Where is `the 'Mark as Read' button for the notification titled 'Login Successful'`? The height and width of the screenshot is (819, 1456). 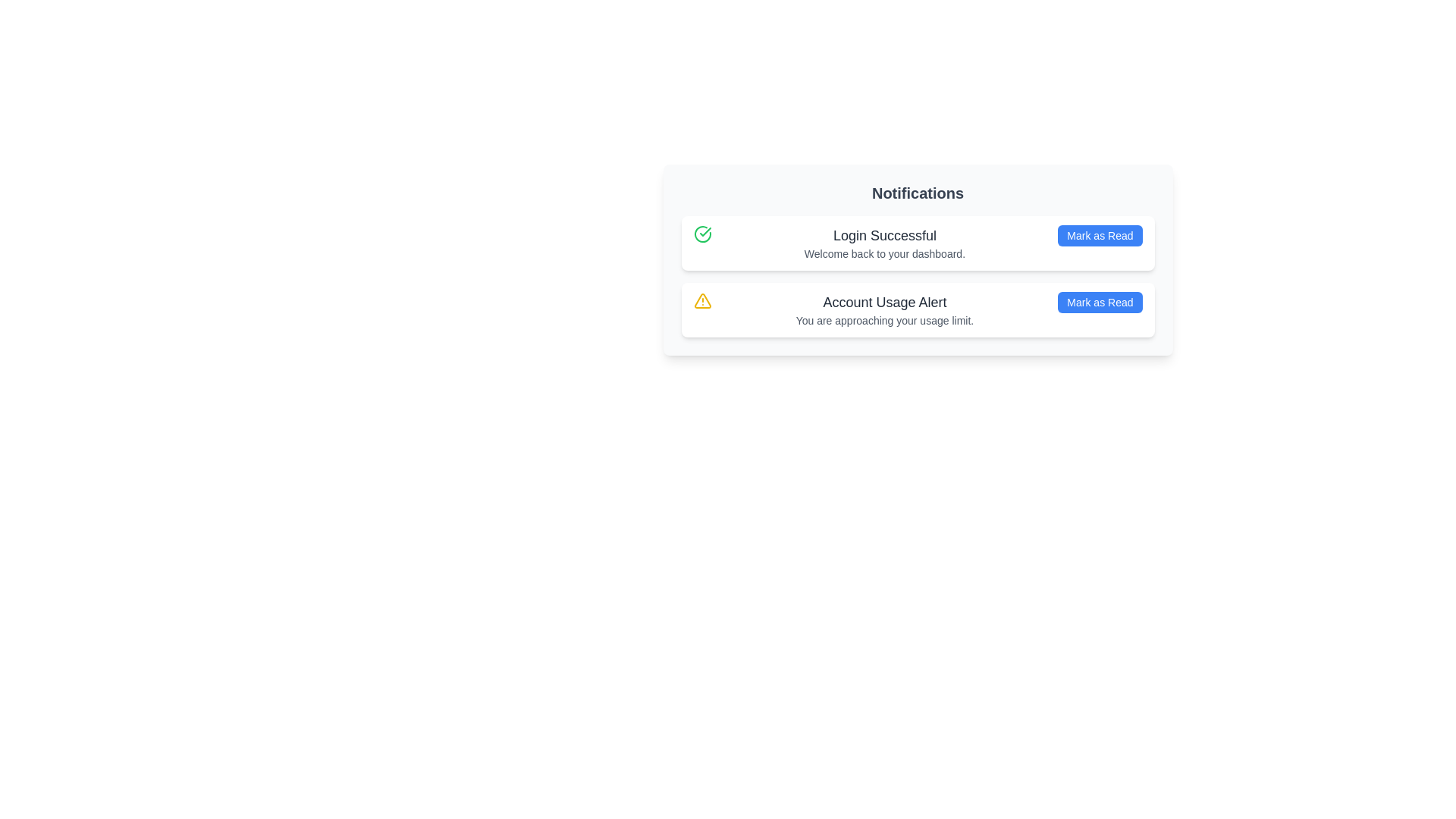 the 'Mark as Read' button for the notification titled 'Login Successful' is located at coordinates (1100, 236).